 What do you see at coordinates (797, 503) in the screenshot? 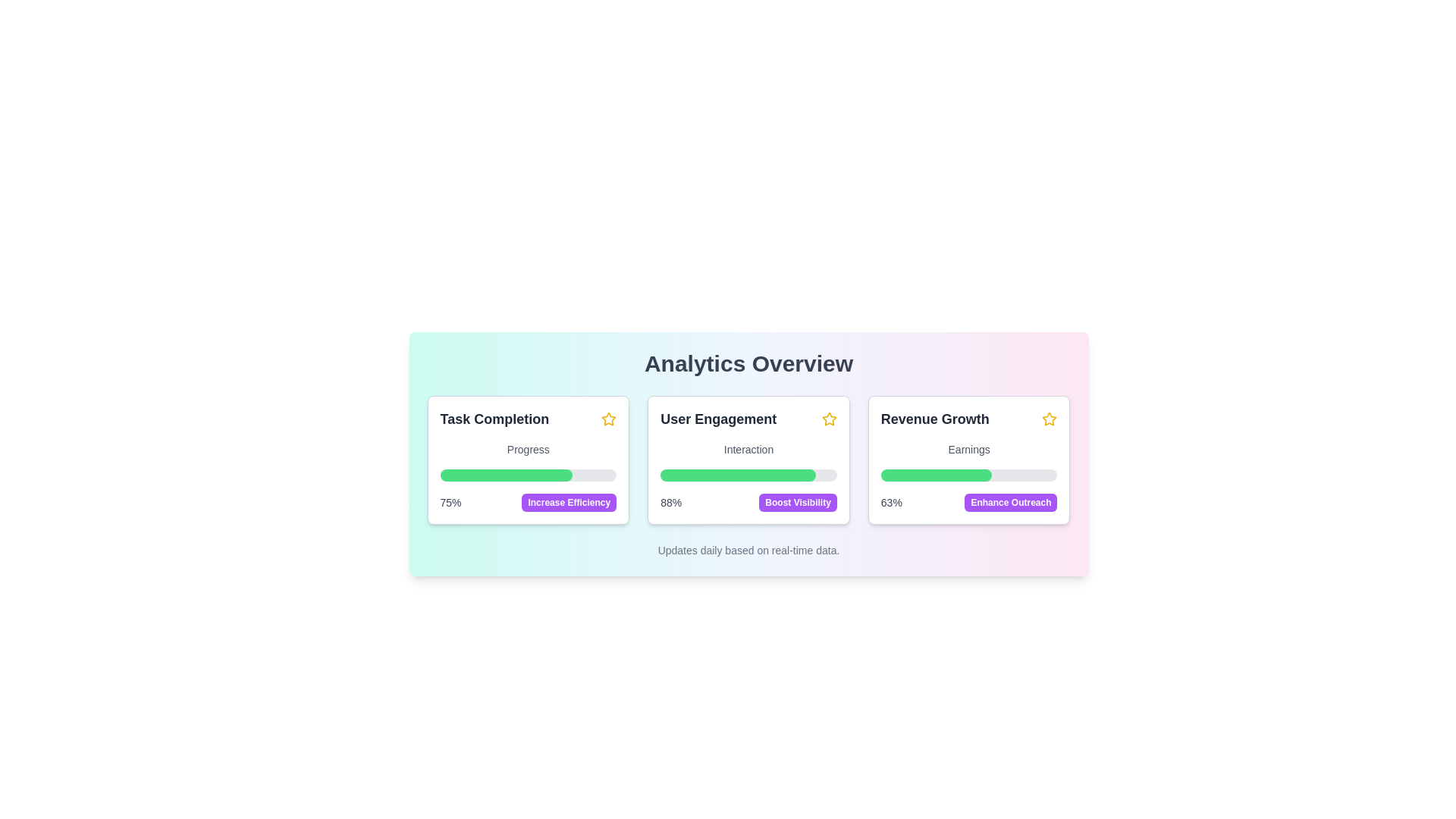
I see `the button located in the 'User Engagement' card towards the bottom right` at bounding box center [797, 503].